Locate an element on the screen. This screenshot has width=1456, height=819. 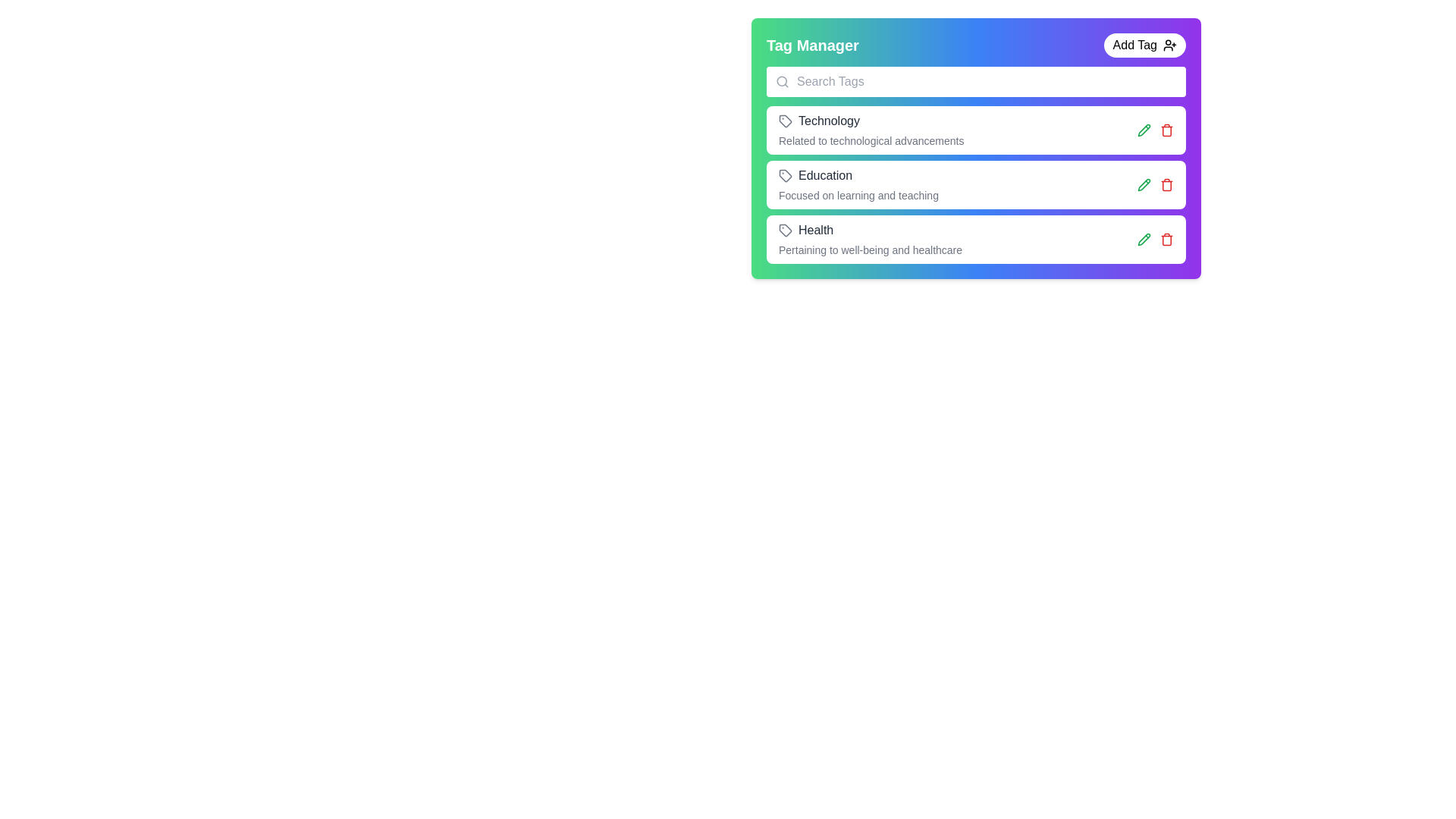
the gray tag-shaped icon located in the 'Health' tag item in the third row of the list under the 'Tag Manager' section, positioned to the left of the text 'Health.' is located at coordinates (786, 231).